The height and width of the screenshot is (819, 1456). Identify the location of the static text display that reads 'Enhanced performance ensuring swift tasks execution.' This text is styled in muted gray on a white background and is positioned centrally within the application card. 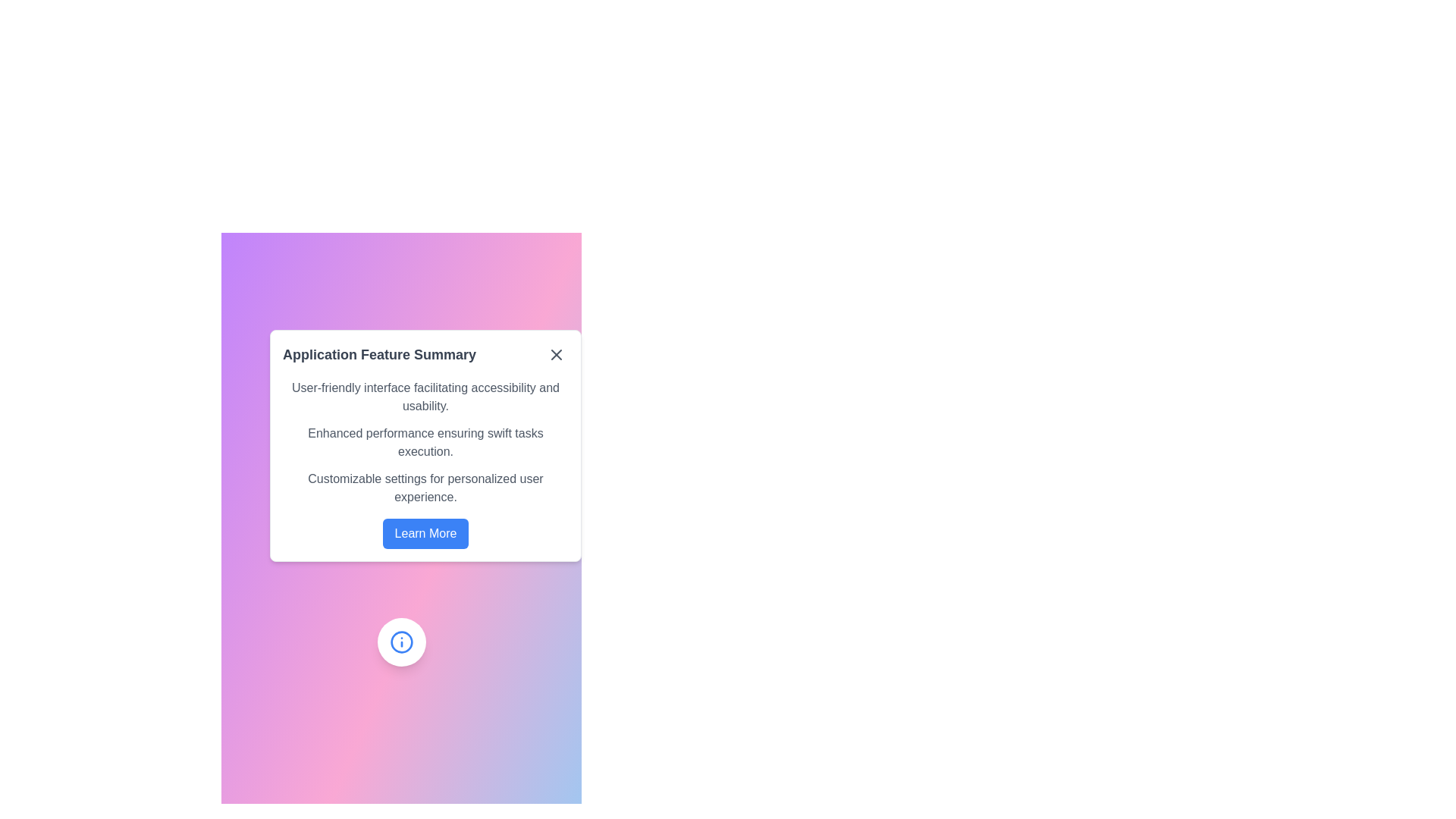
(425, 442).